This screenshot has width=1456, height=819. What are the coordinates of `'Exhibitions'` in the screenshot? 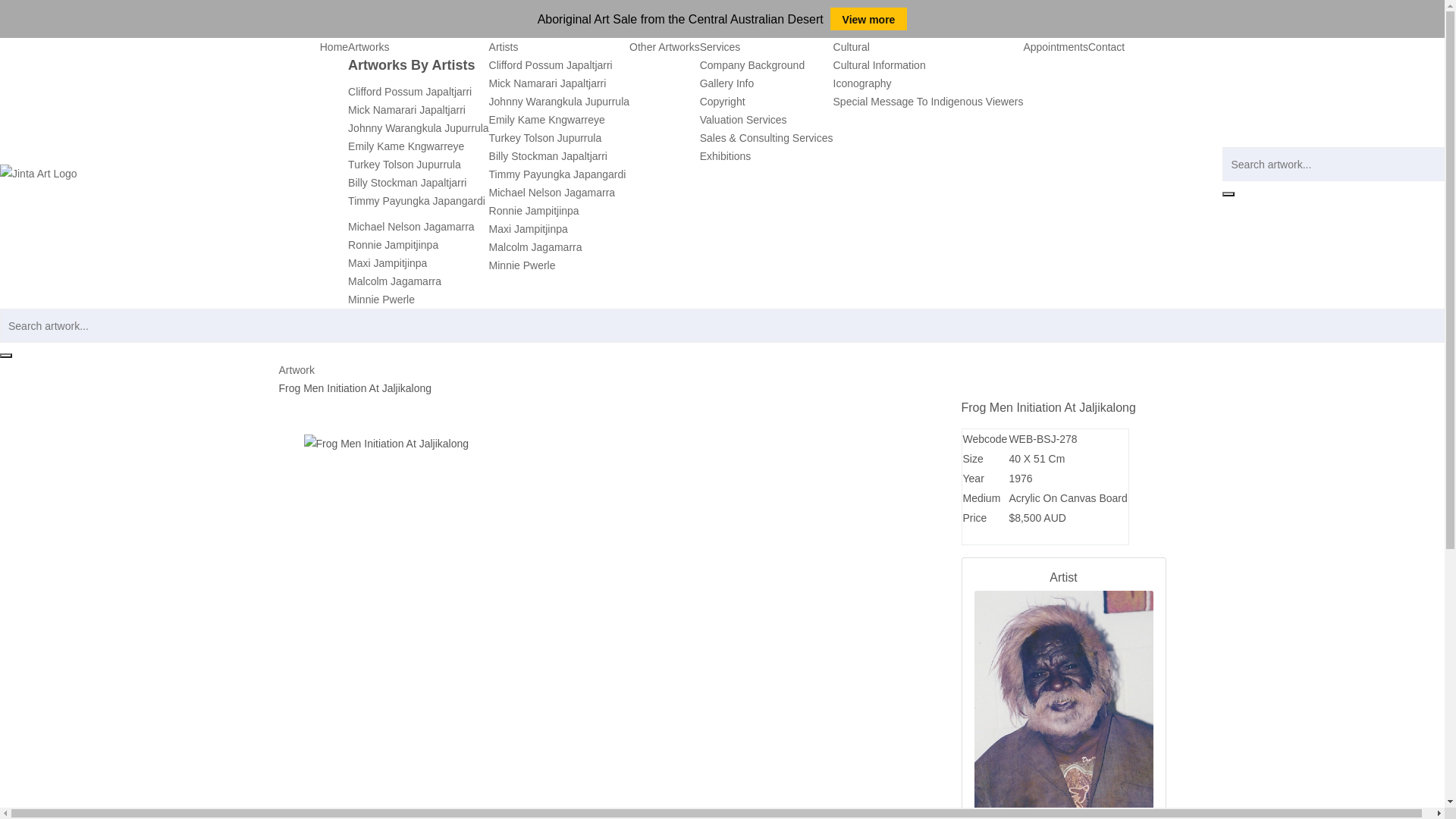 It's located at (724, 155).